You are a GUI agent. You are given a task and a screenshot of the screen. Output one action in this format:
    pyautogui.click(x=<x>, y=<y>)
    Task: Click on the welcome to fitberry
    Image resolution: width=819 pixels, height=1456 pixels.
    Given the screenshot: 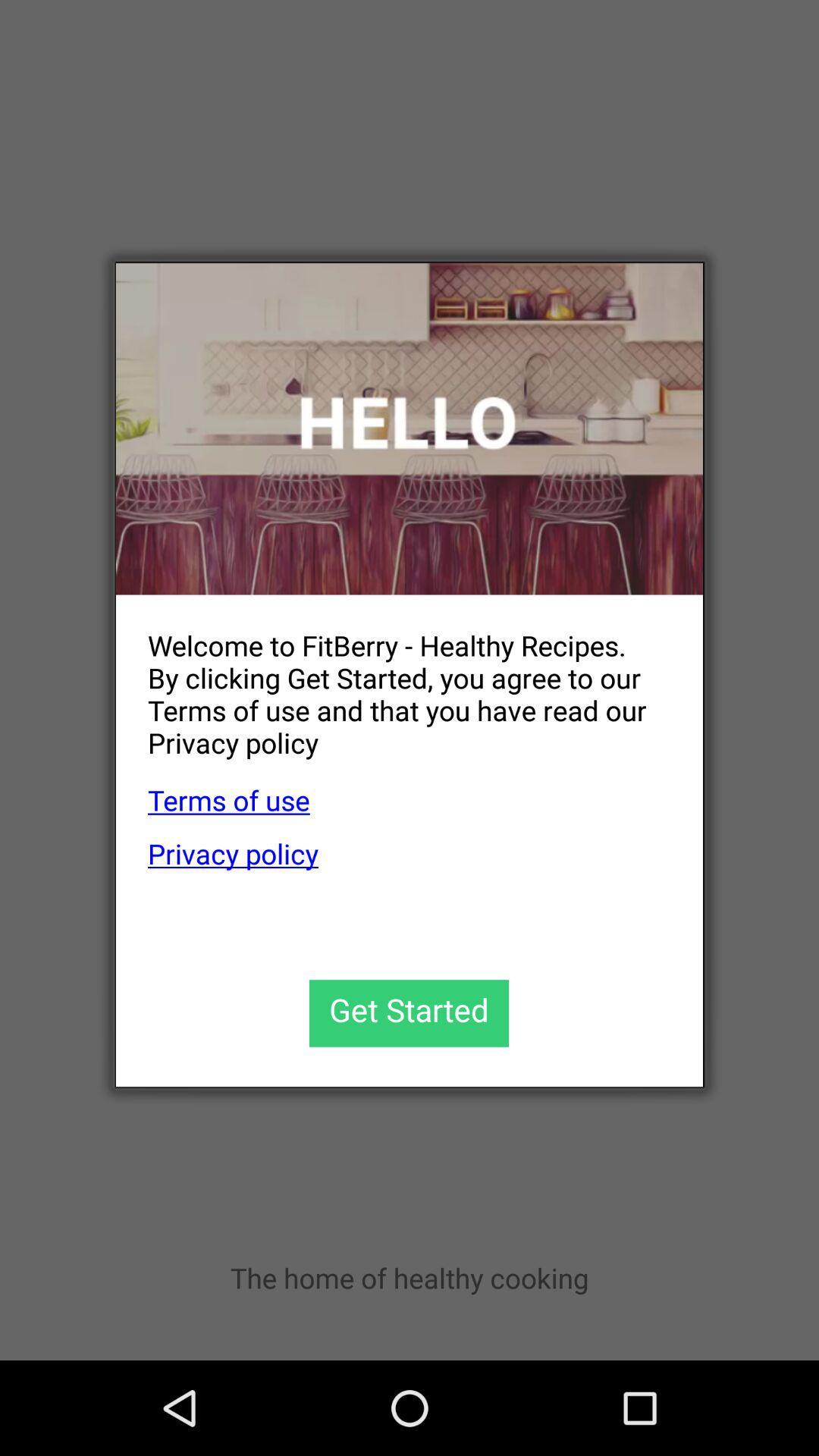 What is the action you would take?
    pyautogui.click(x=393, y=681)
    